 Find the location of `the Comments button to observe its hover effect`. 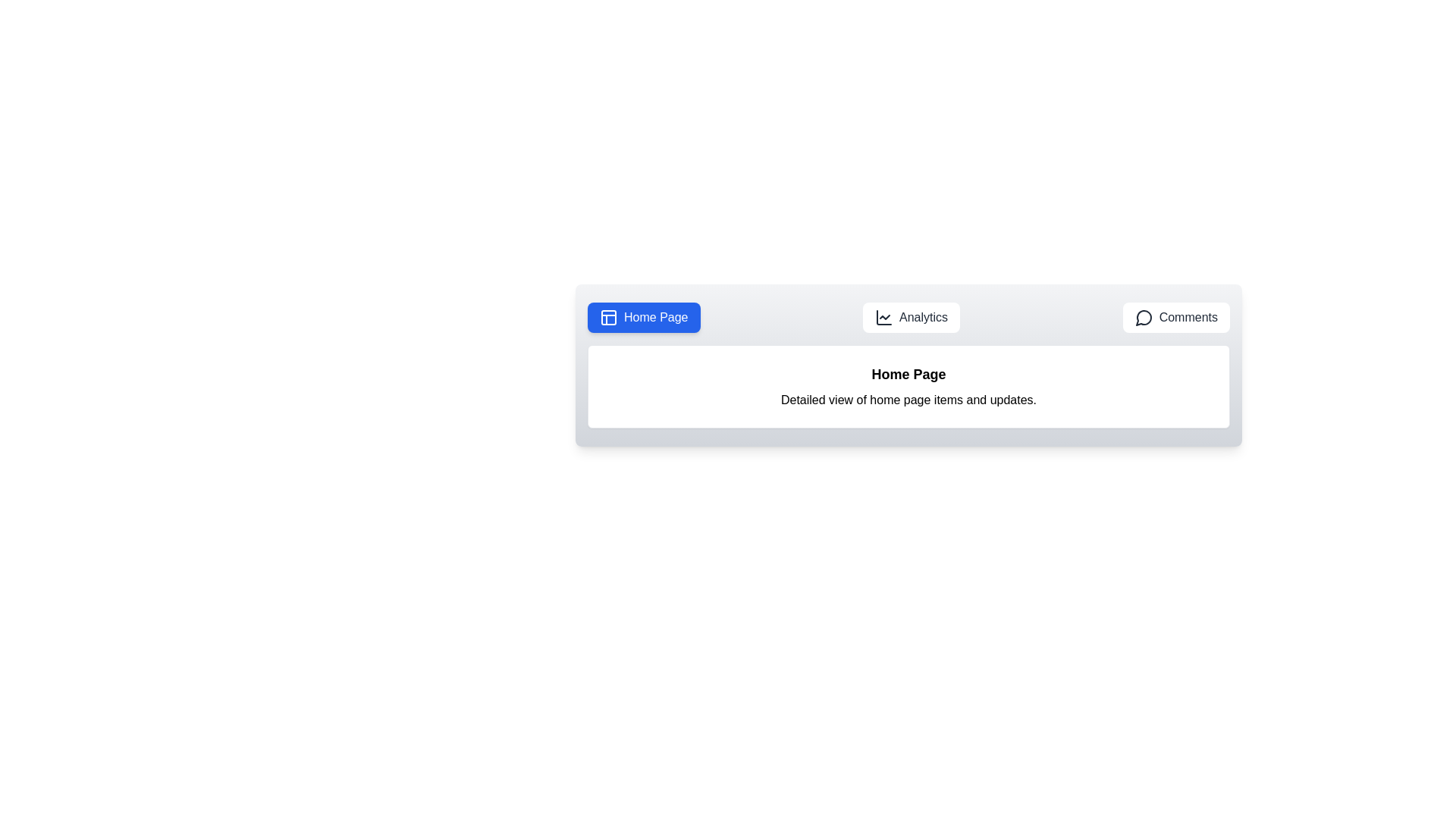

the Comments button to observe its hover effect is located at coordinates (1175, 317).